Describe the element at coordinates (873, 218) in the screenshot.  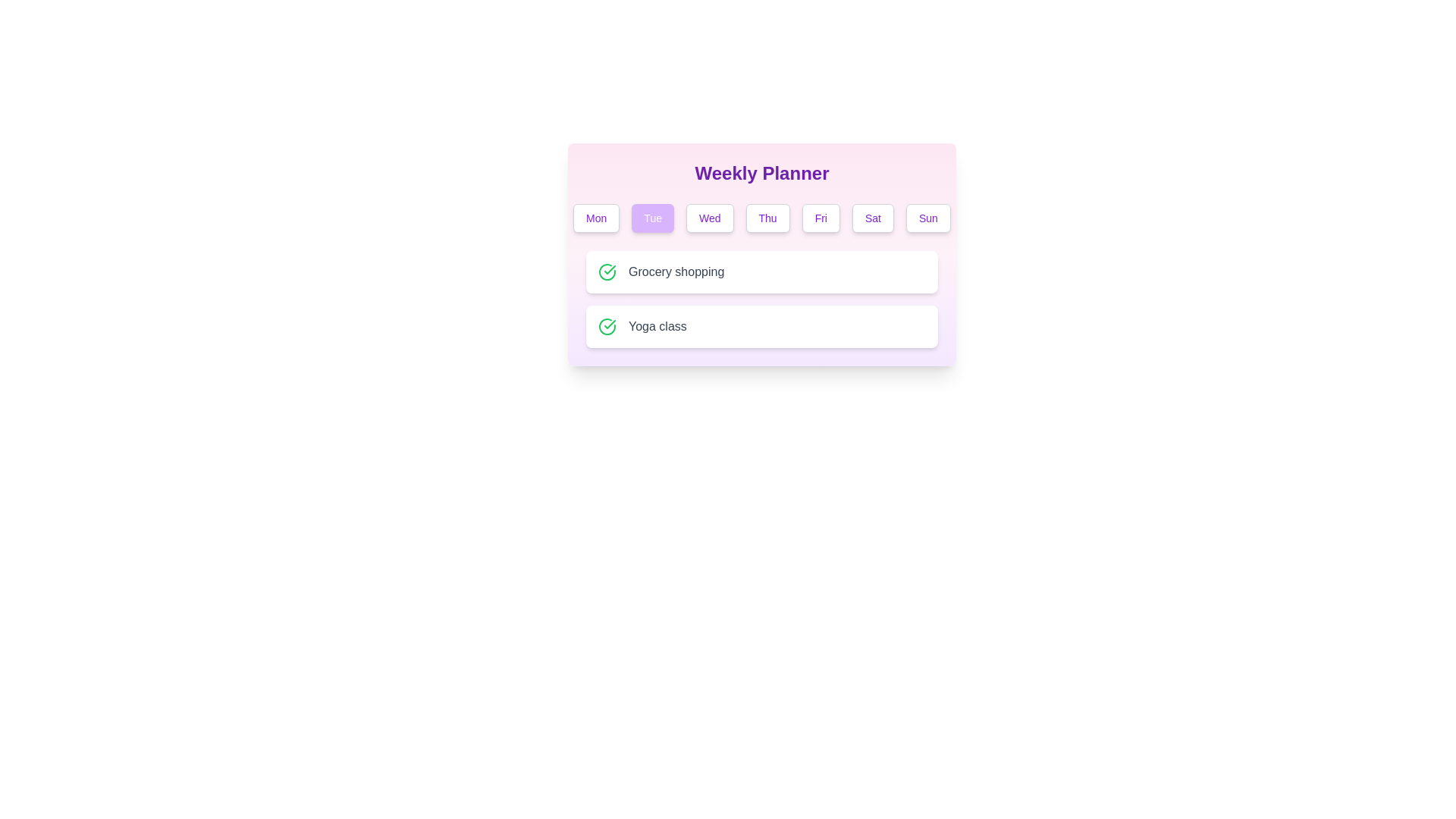
I see `the button corresponding to Sat to select it` at that location.